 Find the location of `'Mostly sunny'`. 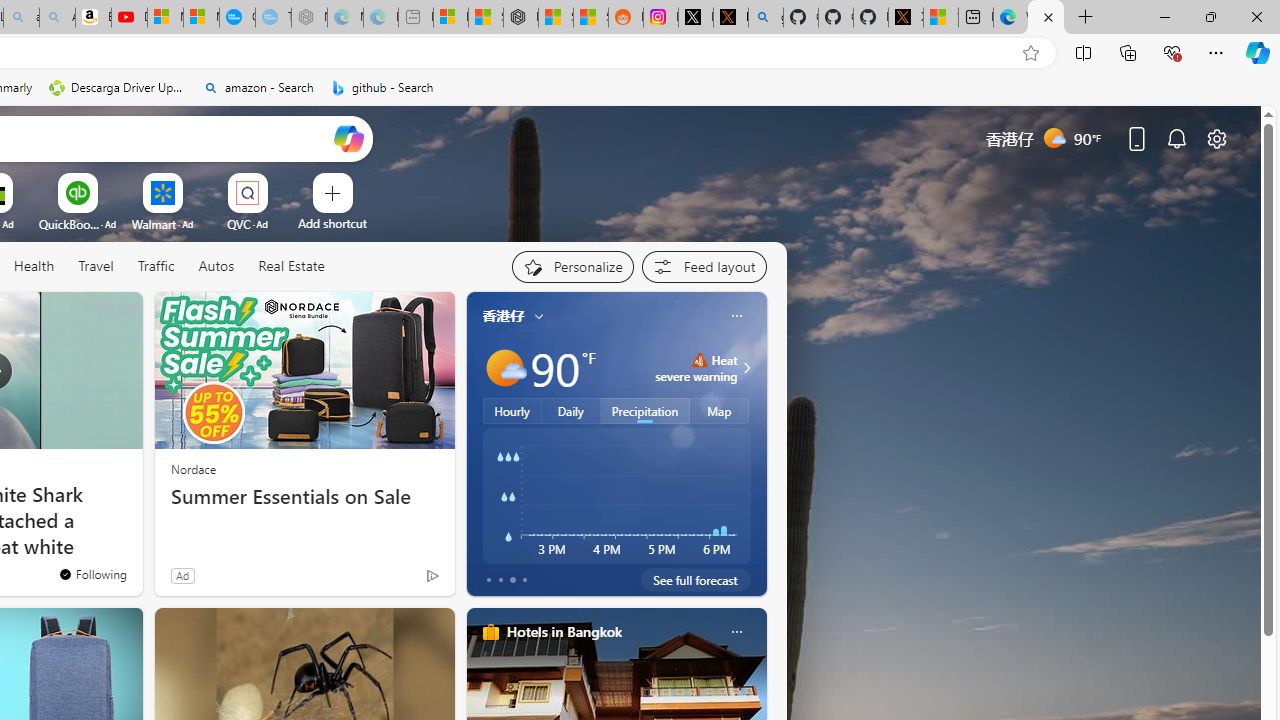

'Mostly sunny' is located at coordinates (504, 368).